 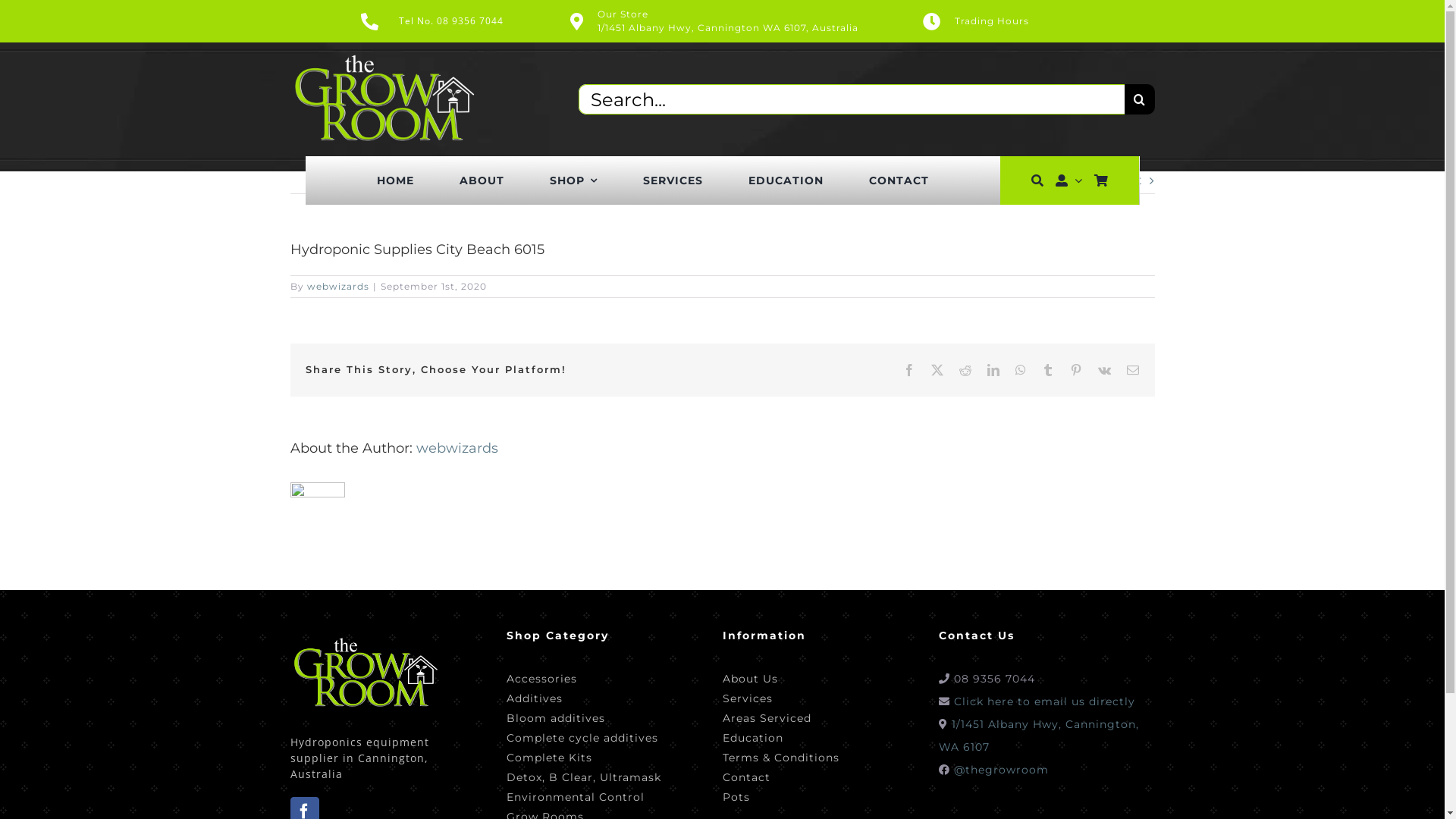 I want to click on 'WhatsApp', so click(x=1020, y=370).